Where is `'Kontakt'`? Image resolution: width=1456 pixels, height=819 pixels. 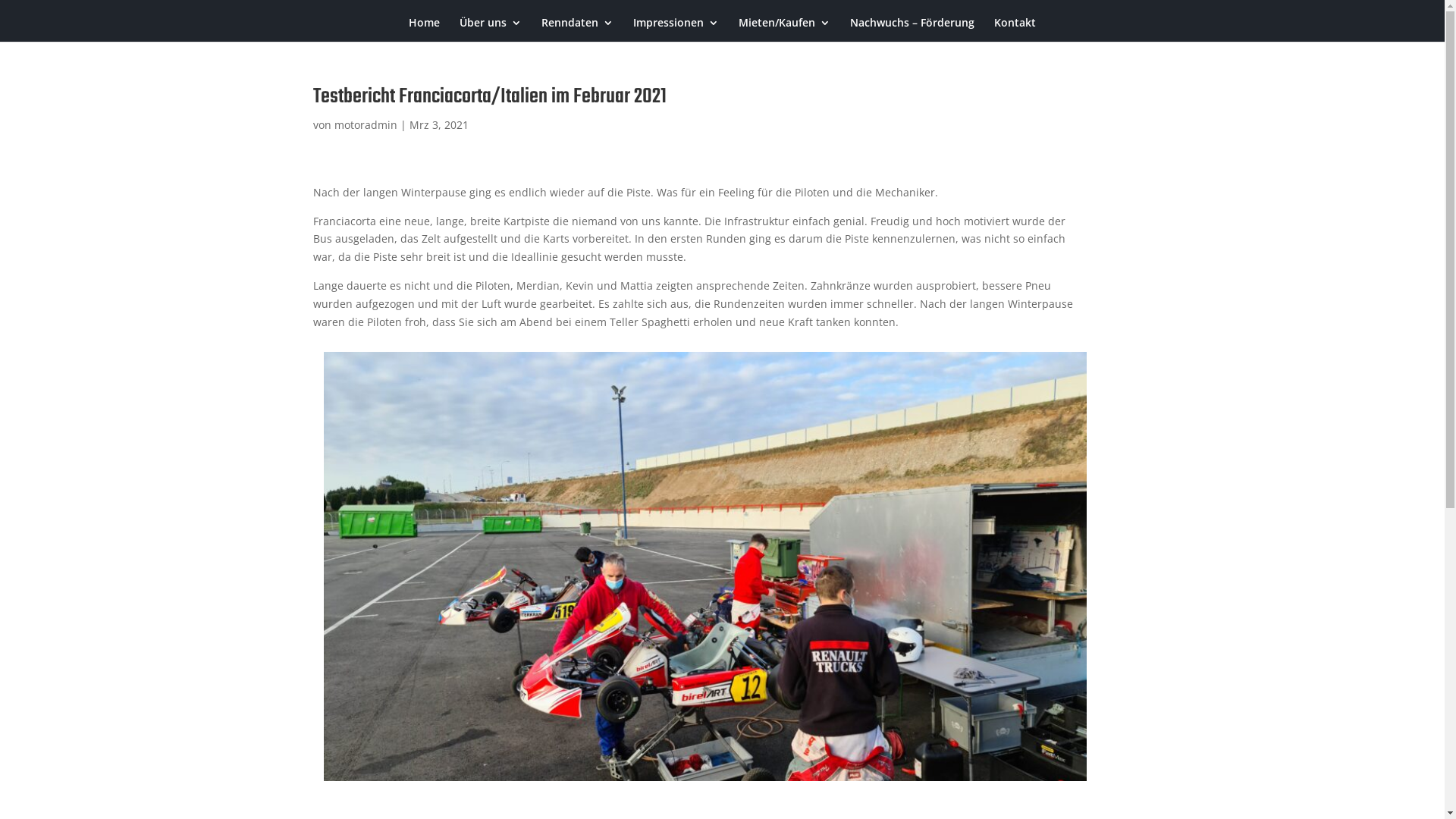
'Kontakt' is located at coordinates (1015, 29).